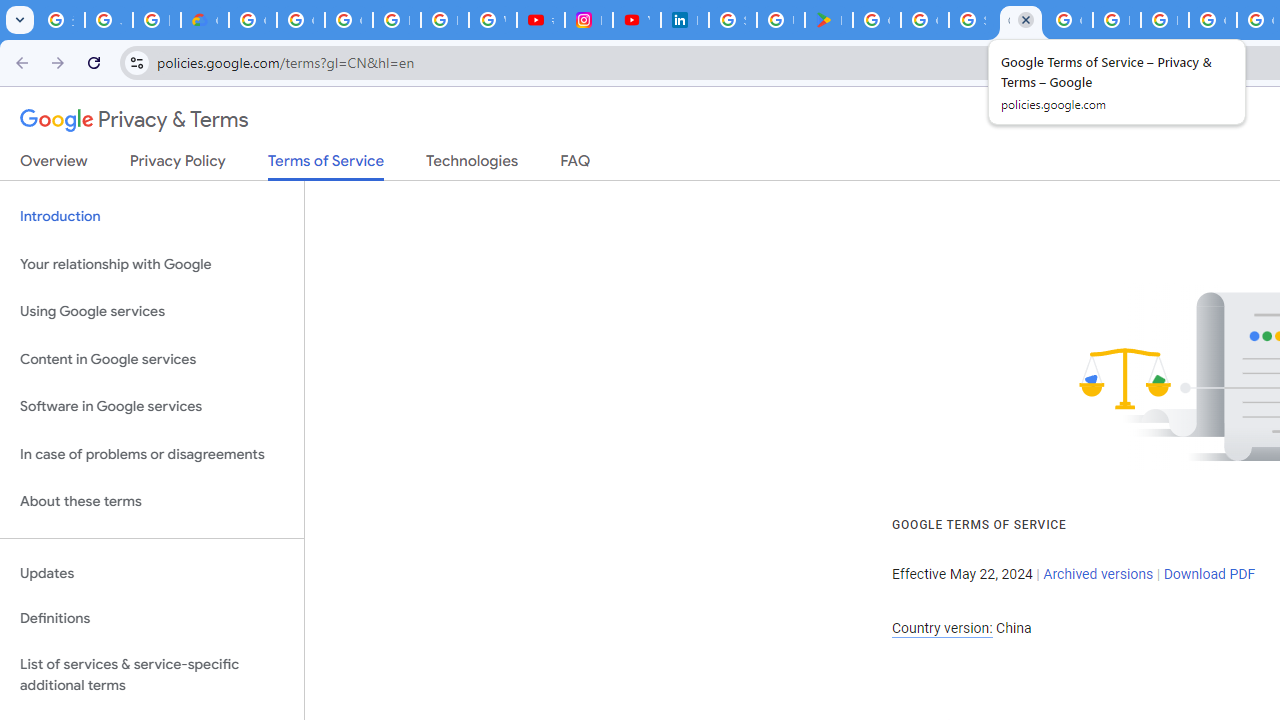 This screenshot has height=720, width=1280. Describe the element at coordinates (941, 627) in the screenshot. I see `'Country version:'` at that location.